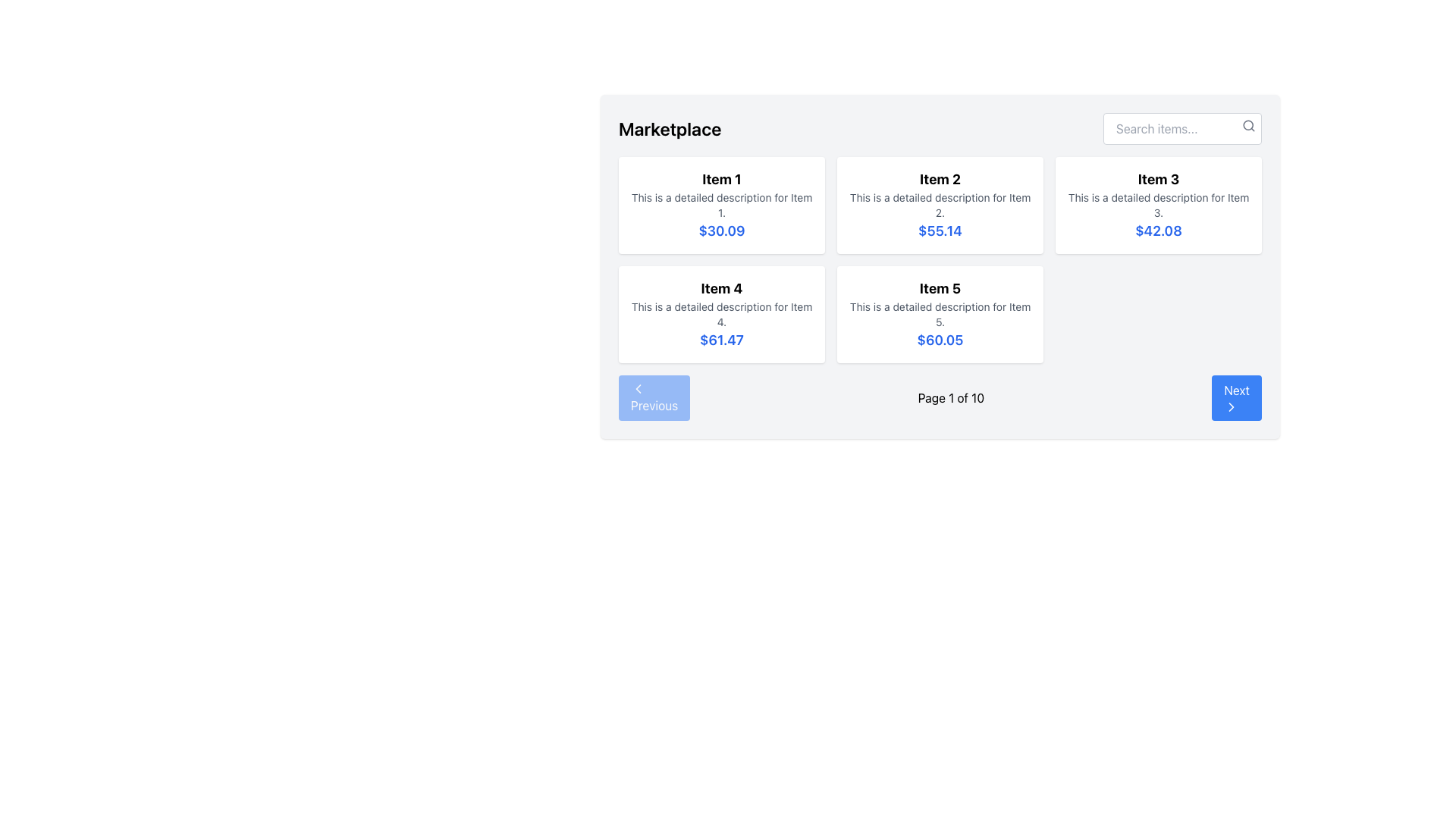 The height and width of the screenshot is (819, 1456). What do you see at coordinates (720, 339) in the screenshot?
I see `text content displayed in large, bold, blue font showing the price '$61.47' within the interface card for 'Item 4'` at bounding box center [720, 339].